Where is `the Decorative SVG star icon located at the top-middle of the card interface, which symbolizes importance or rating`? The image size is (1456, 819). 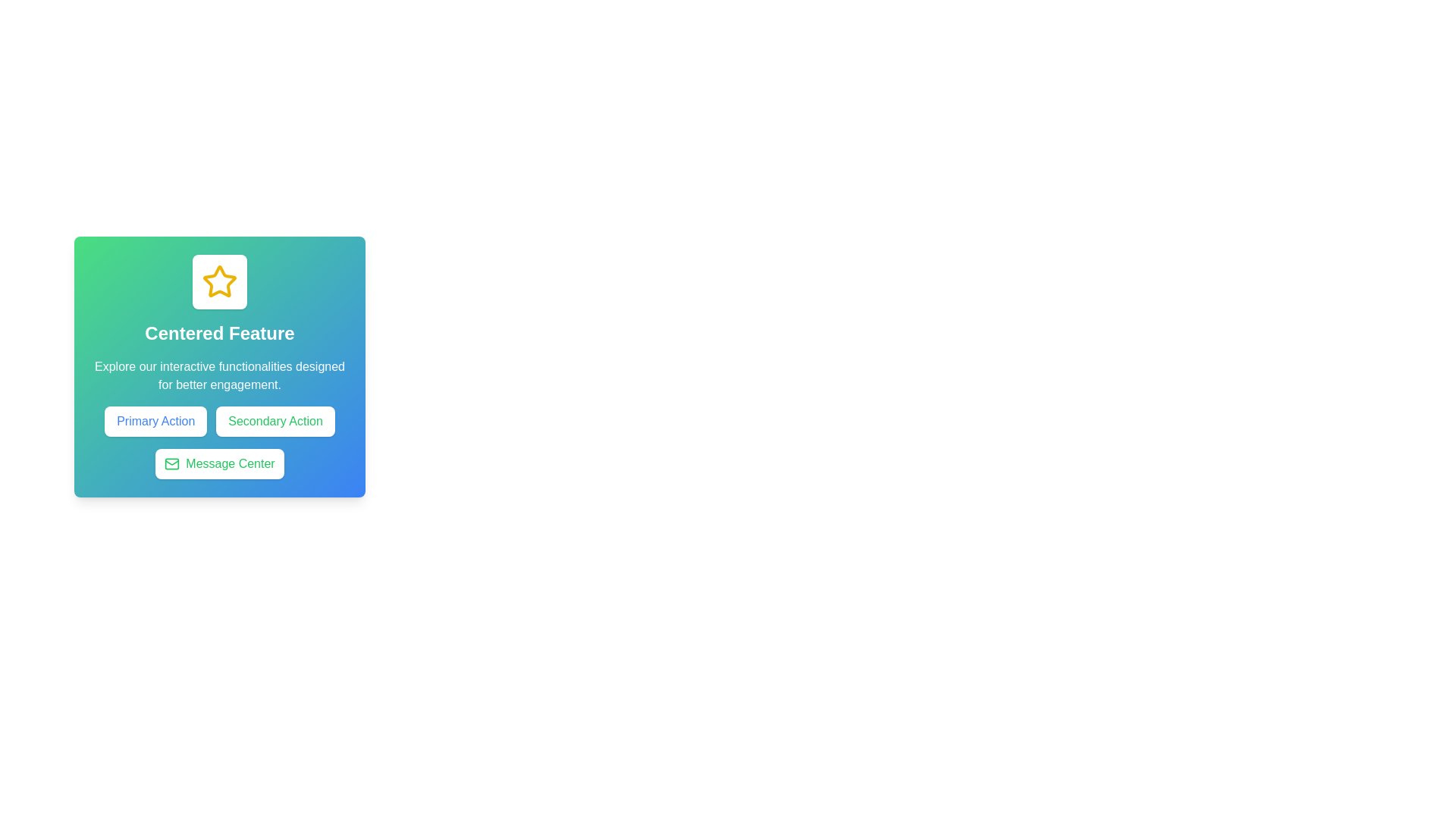 the Decorative SVG star icon located at the top-middle of the card interface, which symbolizes importance or rating is located at coordinates (218, 281).